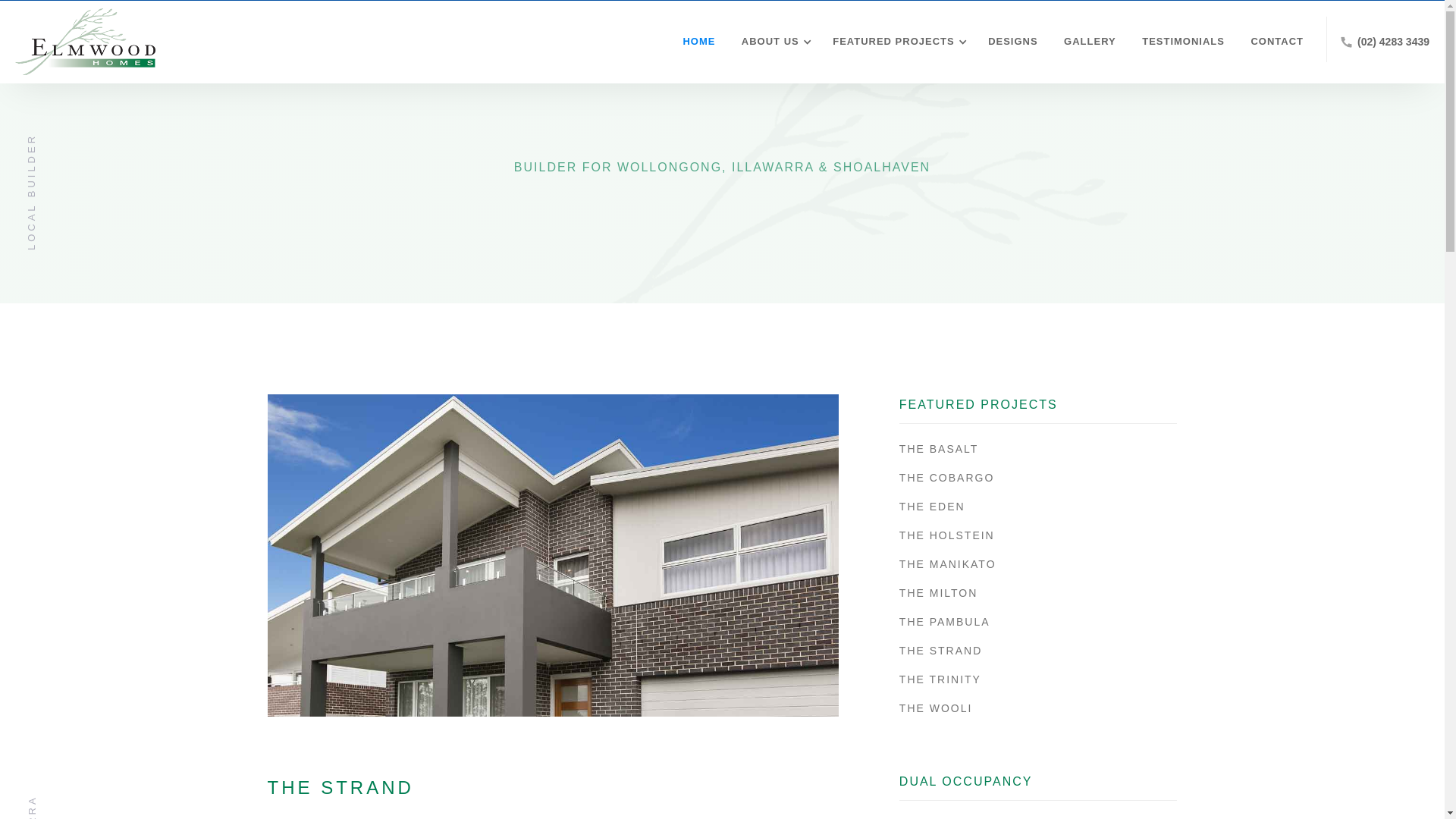 The height and width of the screenshot is (819, 1456). What do you see at coordinates (1037, 476) in the screenshot?
I see `'THE COBARGO'` at bounding box center [1037, 476].